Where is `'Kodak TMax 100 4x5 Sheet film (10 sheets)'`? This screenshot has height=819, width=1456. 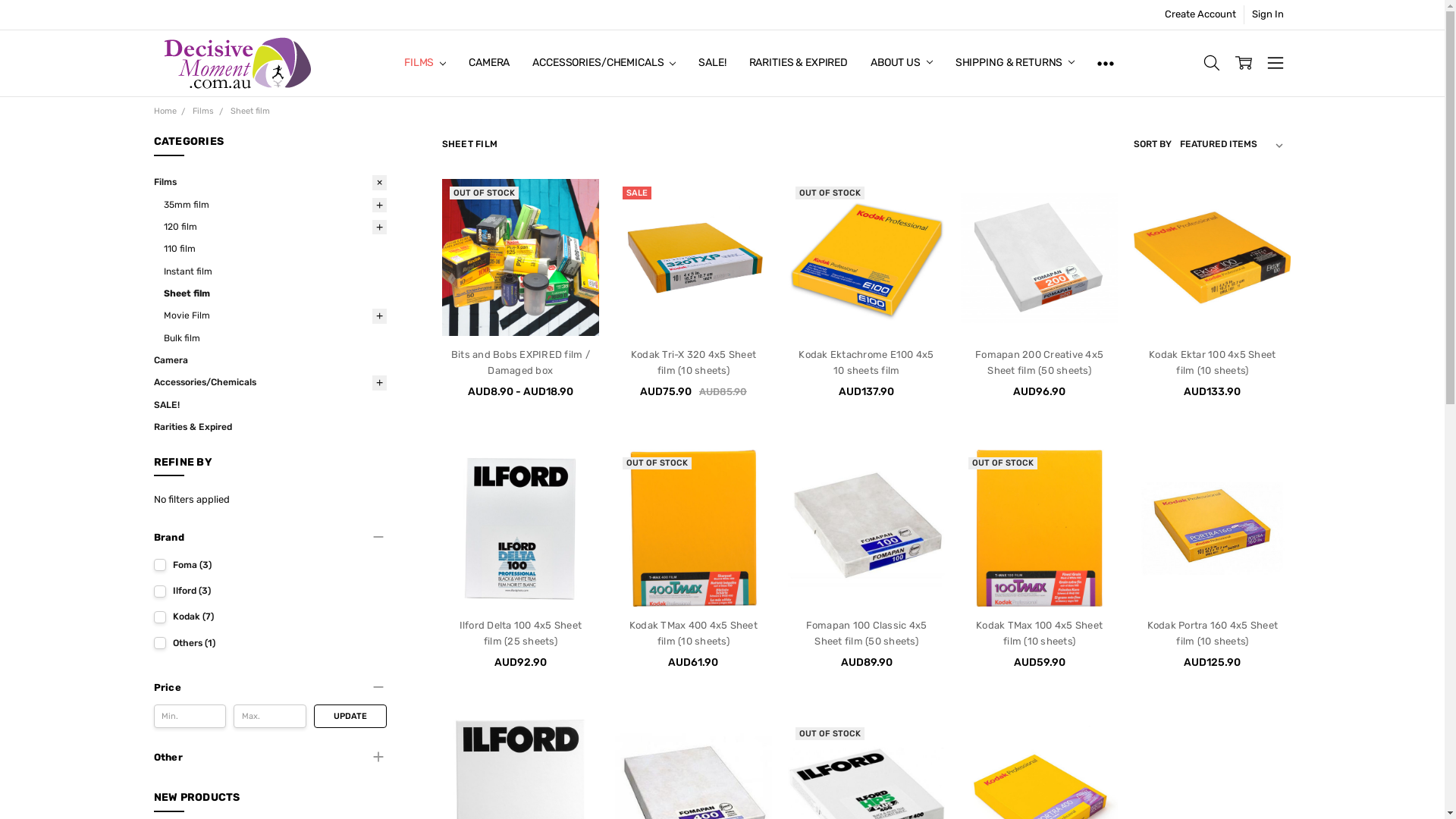
'Kodak TMax 100 4x5 Sheet film (10 sheets)' is located at coordinates (1038, 527).